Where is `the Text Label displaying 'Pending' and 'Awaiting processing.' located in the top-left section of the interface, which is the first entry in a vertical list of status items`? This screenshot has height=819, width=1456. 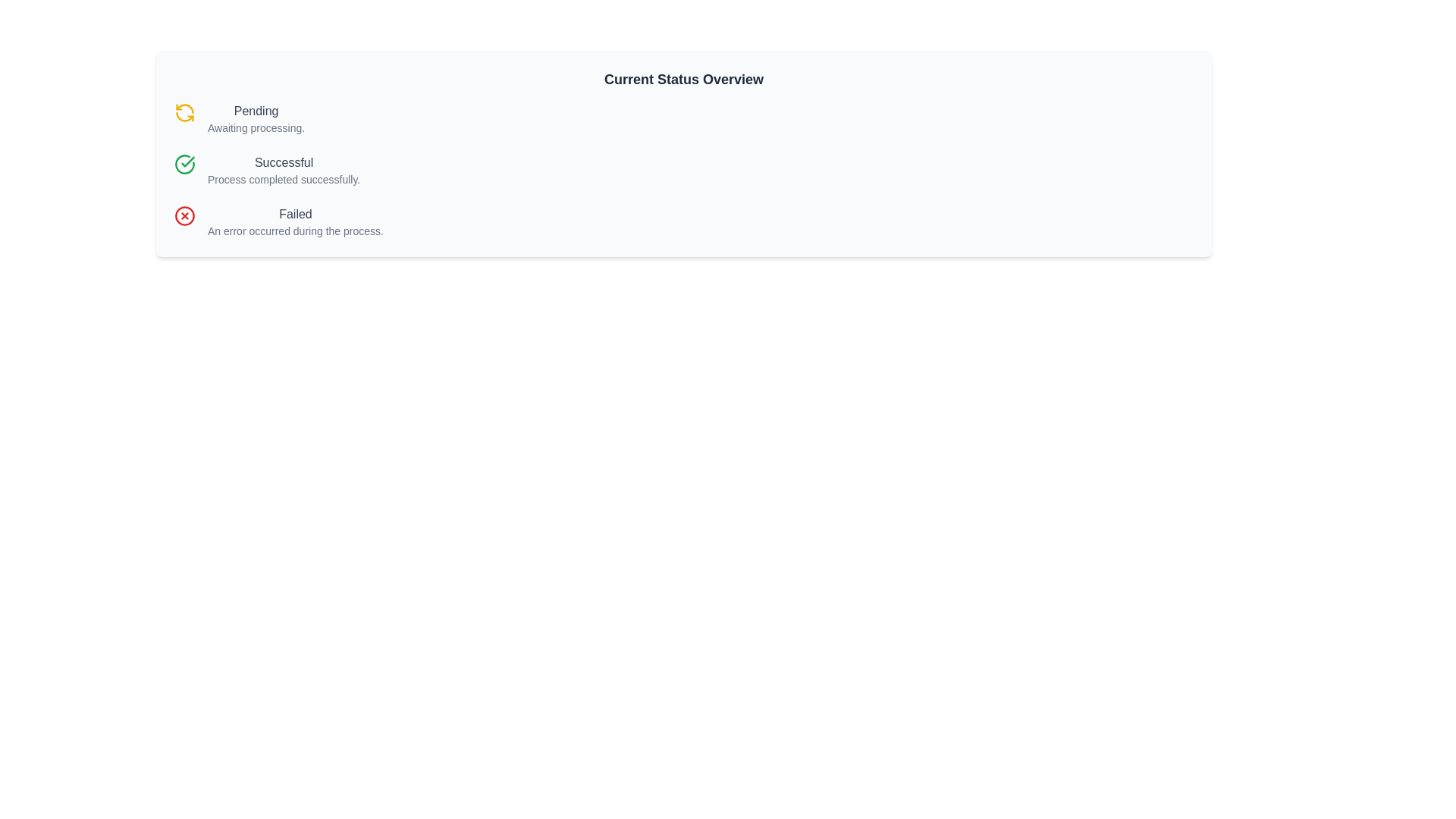
the Text Label displaying 'Pending' and 'Awaiting processing.' located in the top-left section of the interface, which is the first entry in a vertical list of status items is located at coordinates (256, 118).